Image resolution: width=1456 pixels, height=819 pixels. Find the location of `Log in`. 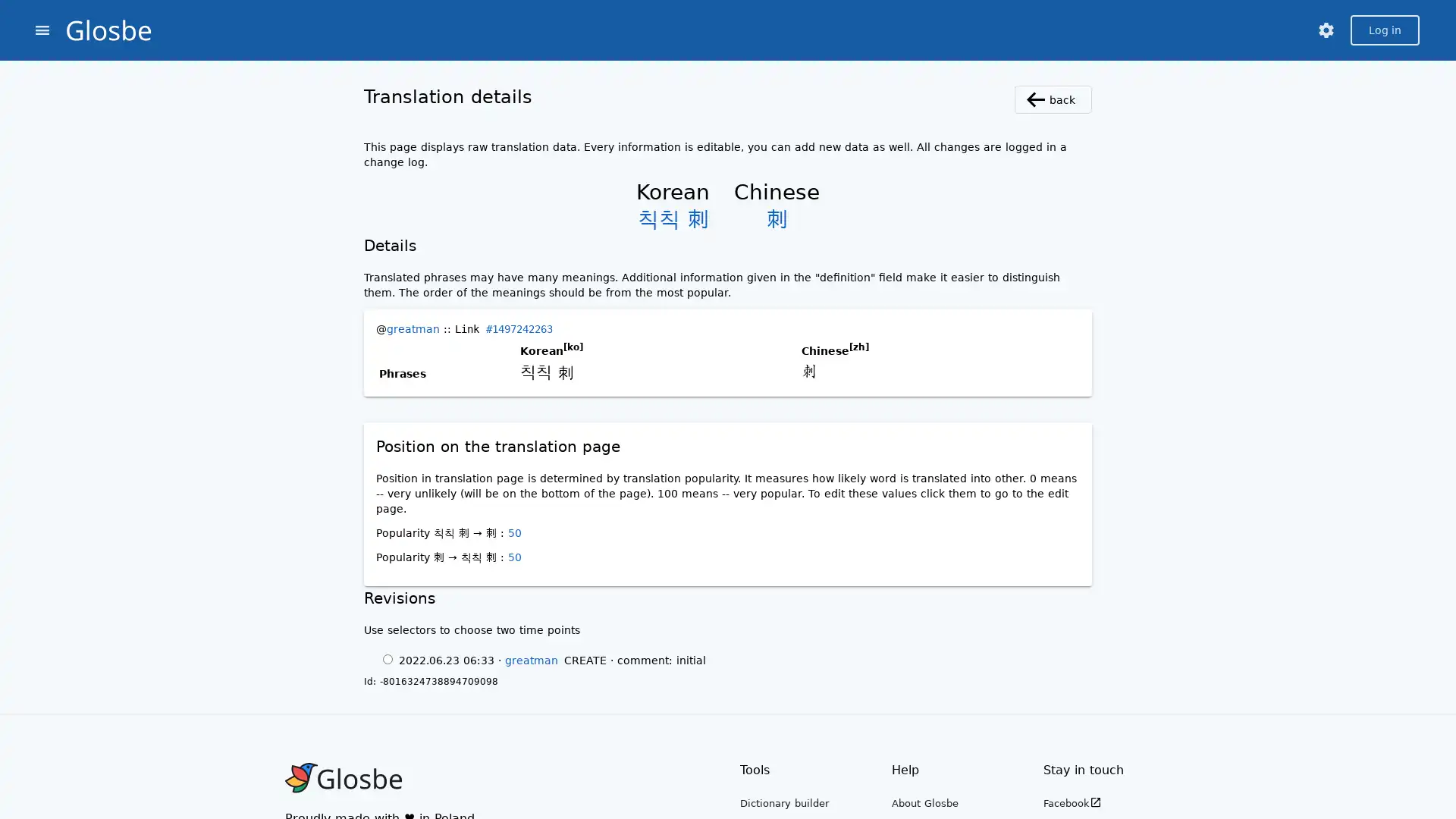

Log in is located at coordinates (1385, 30).